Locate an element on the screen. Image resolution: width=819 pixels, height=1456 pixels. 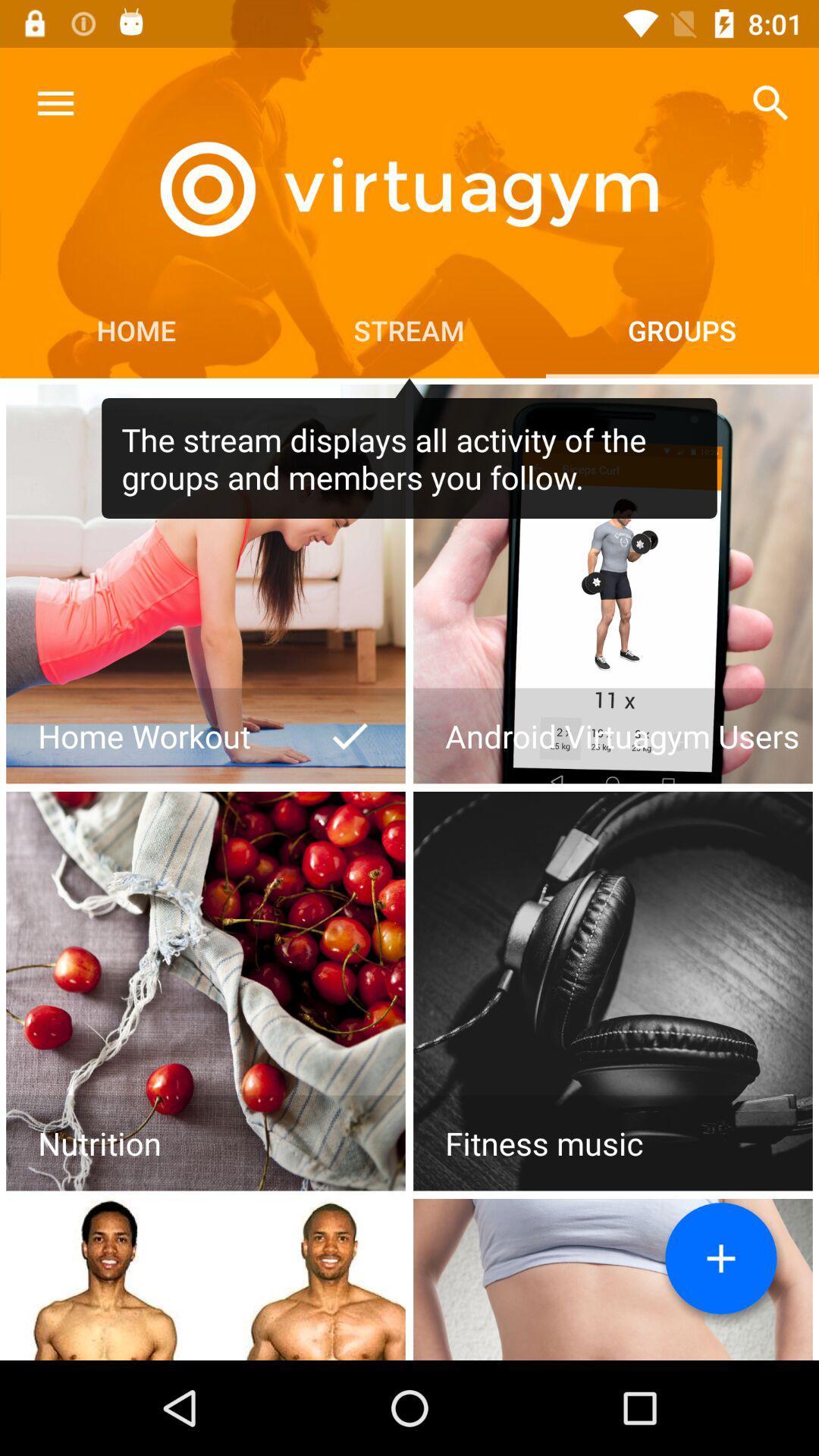
open up group is located at coordinates (206, 583).